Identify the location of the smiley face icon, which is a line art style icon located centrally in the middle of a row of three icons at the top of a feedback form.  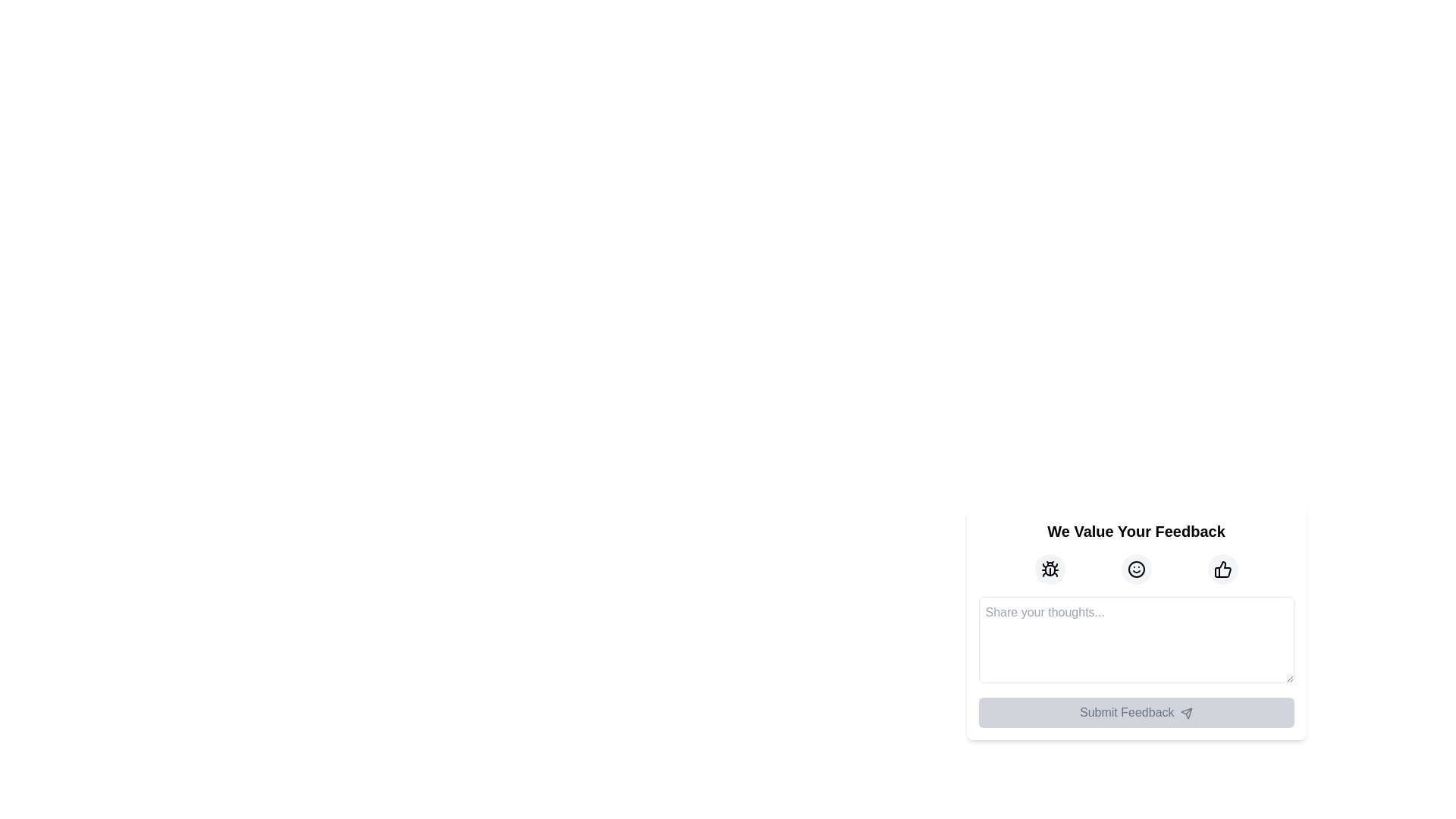
(1136, 570).